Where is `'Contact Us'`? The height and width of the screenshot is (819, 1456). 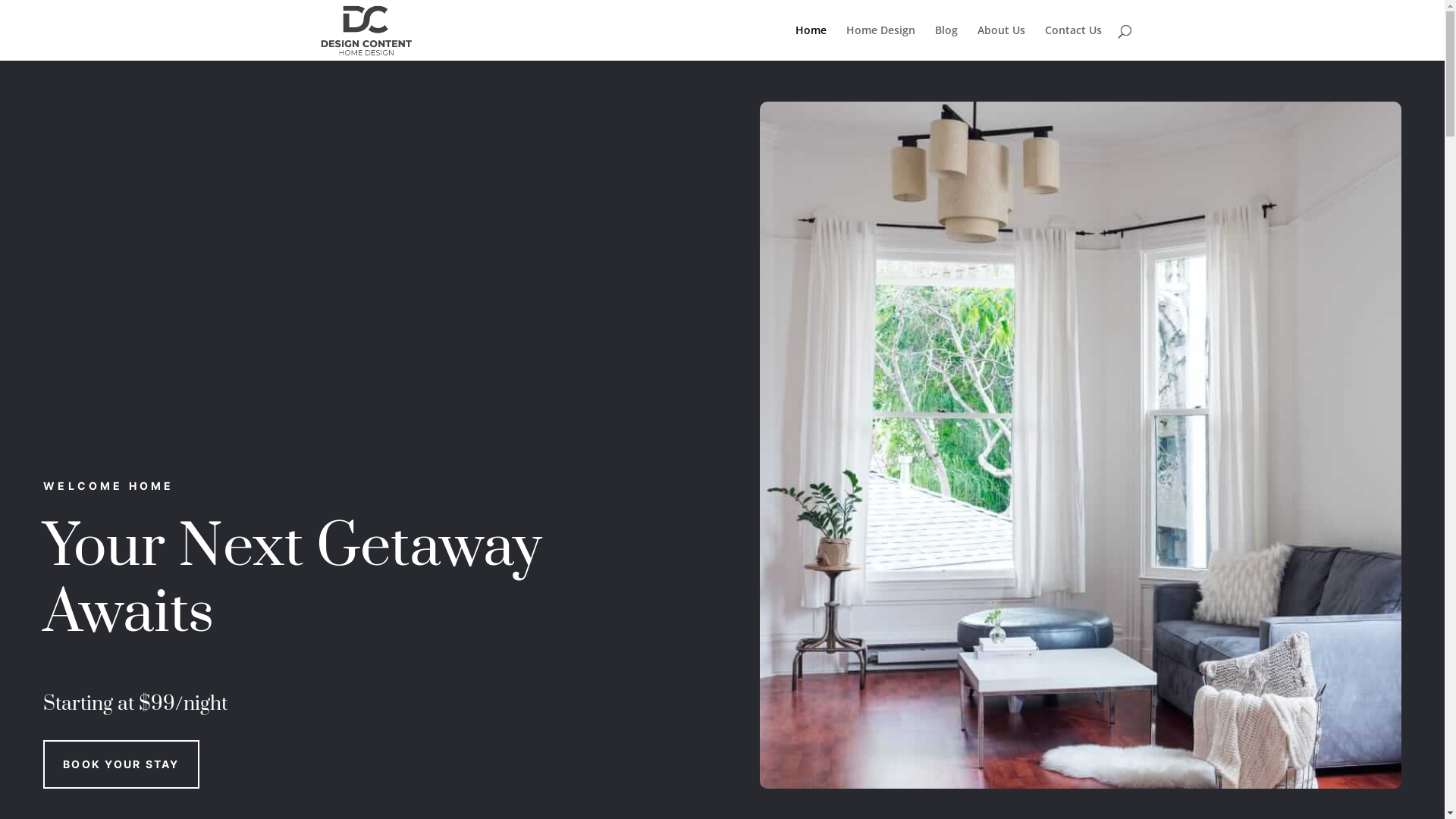 'Contact Us' is located at coordinates (1072, 42).